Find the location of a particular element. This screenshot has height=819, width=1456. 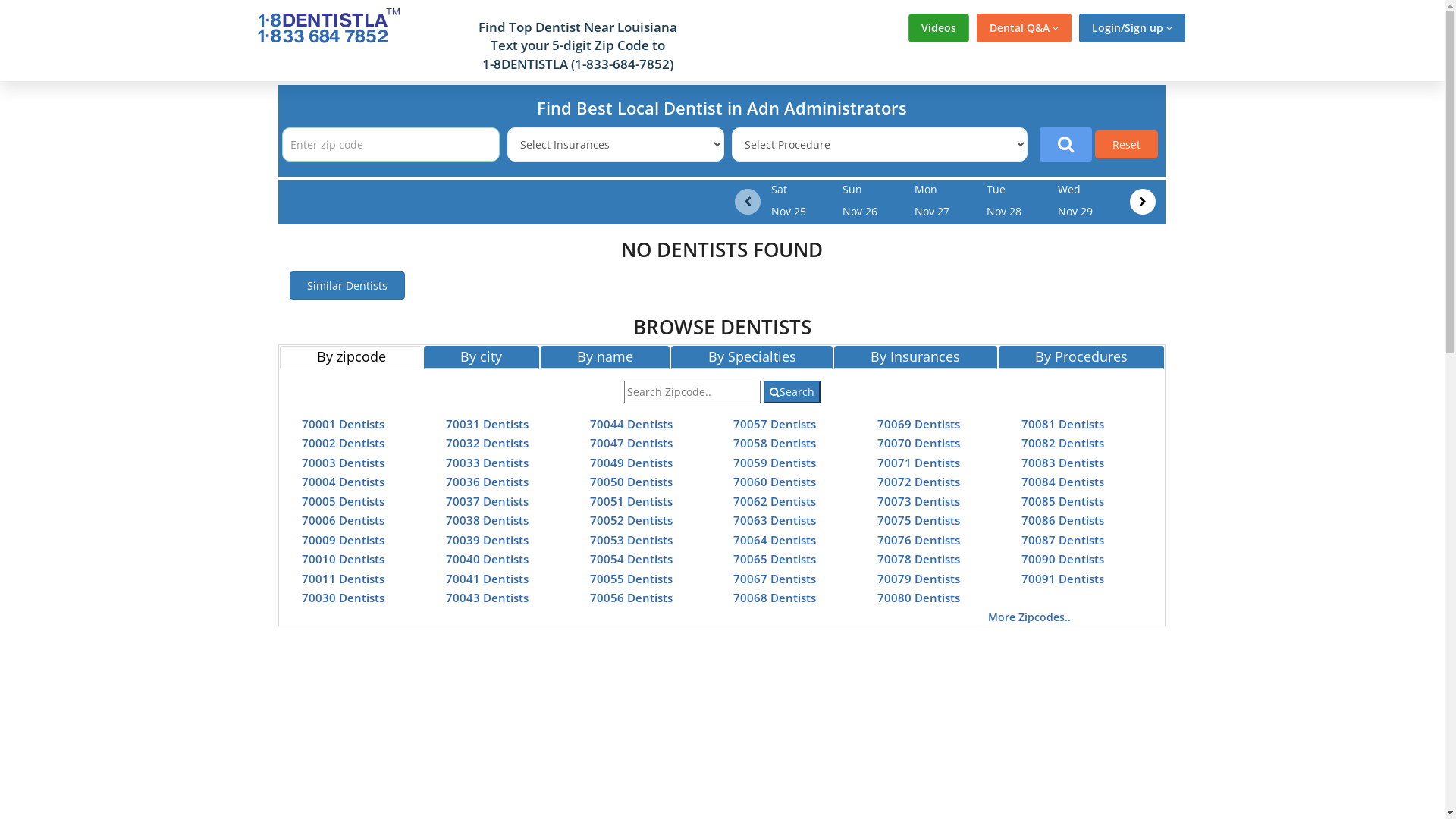

'70002 Dentists' is located at coordinates (302, 442).